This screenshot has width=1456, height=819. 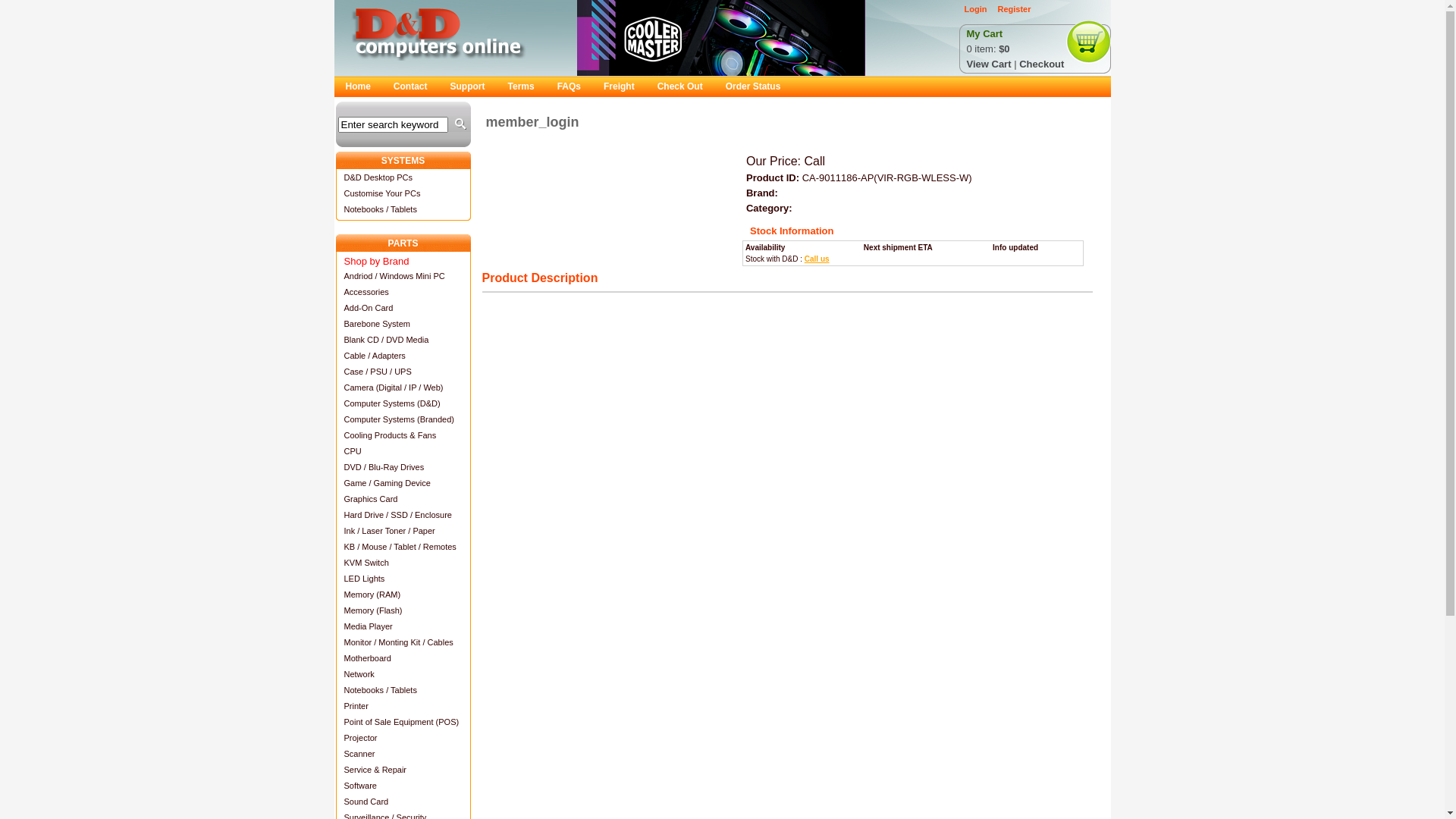 What do you see at coordinates (984, 34) in the screenshot?
I see `'My Cart'` at bounding box center [984, 34].